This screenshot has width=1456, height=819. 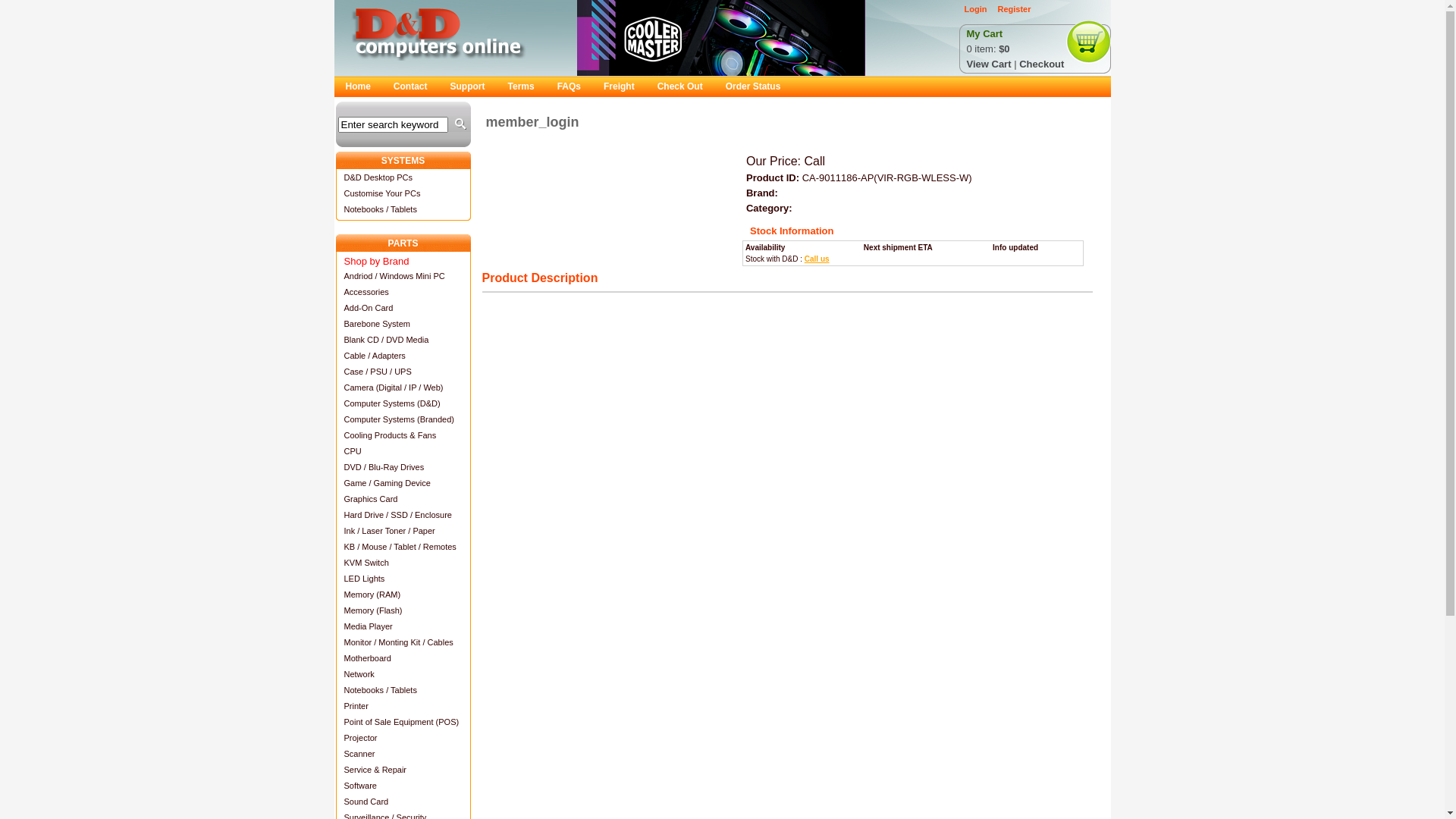 What do you see at coordinates (984, 34) in the screenshot?
I see `'My Cart'` at bounding box center [984, 34].